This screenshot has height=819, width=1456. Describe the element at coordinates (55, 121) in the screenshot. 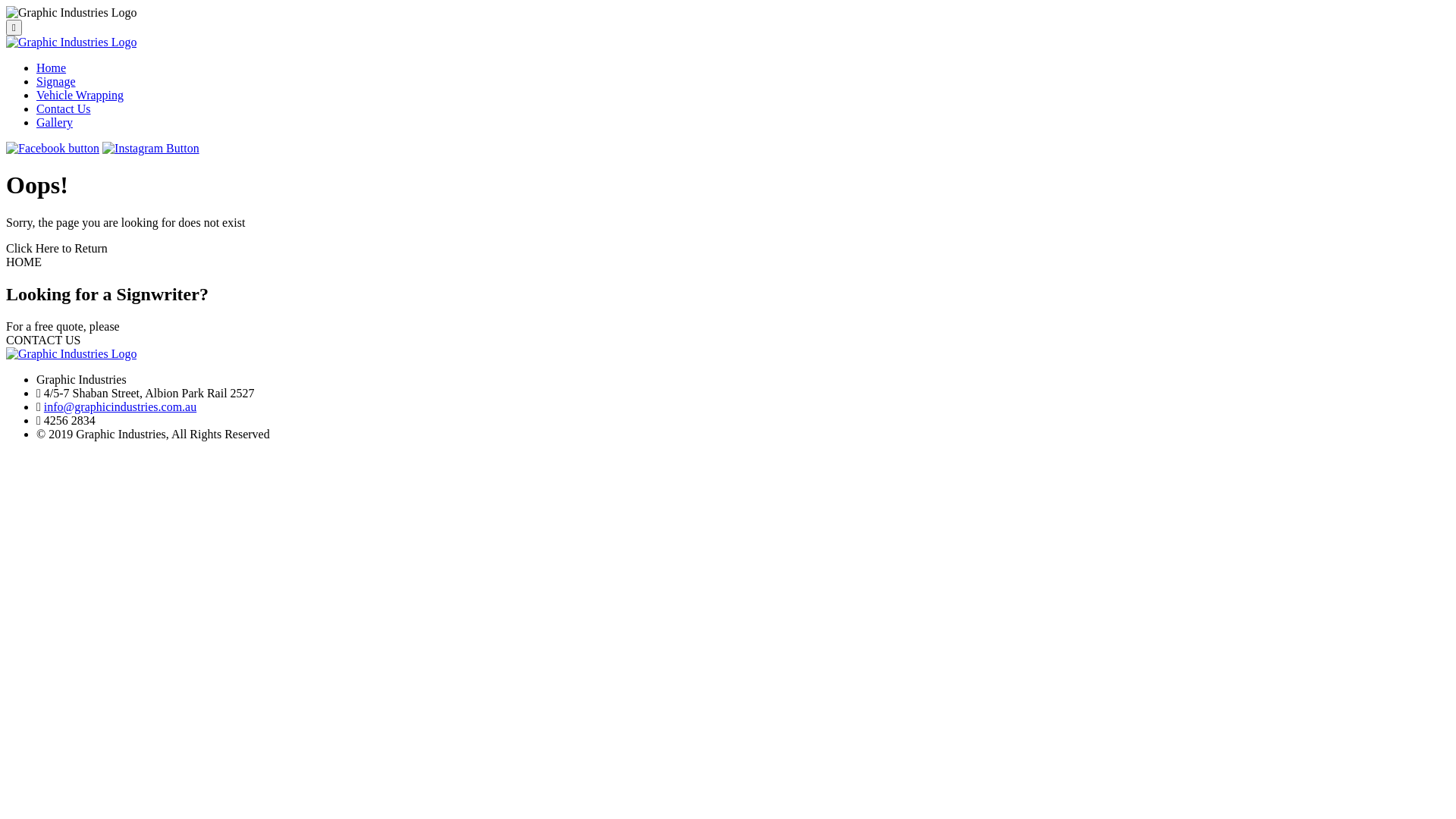

I see `'Gallery'` at that location.